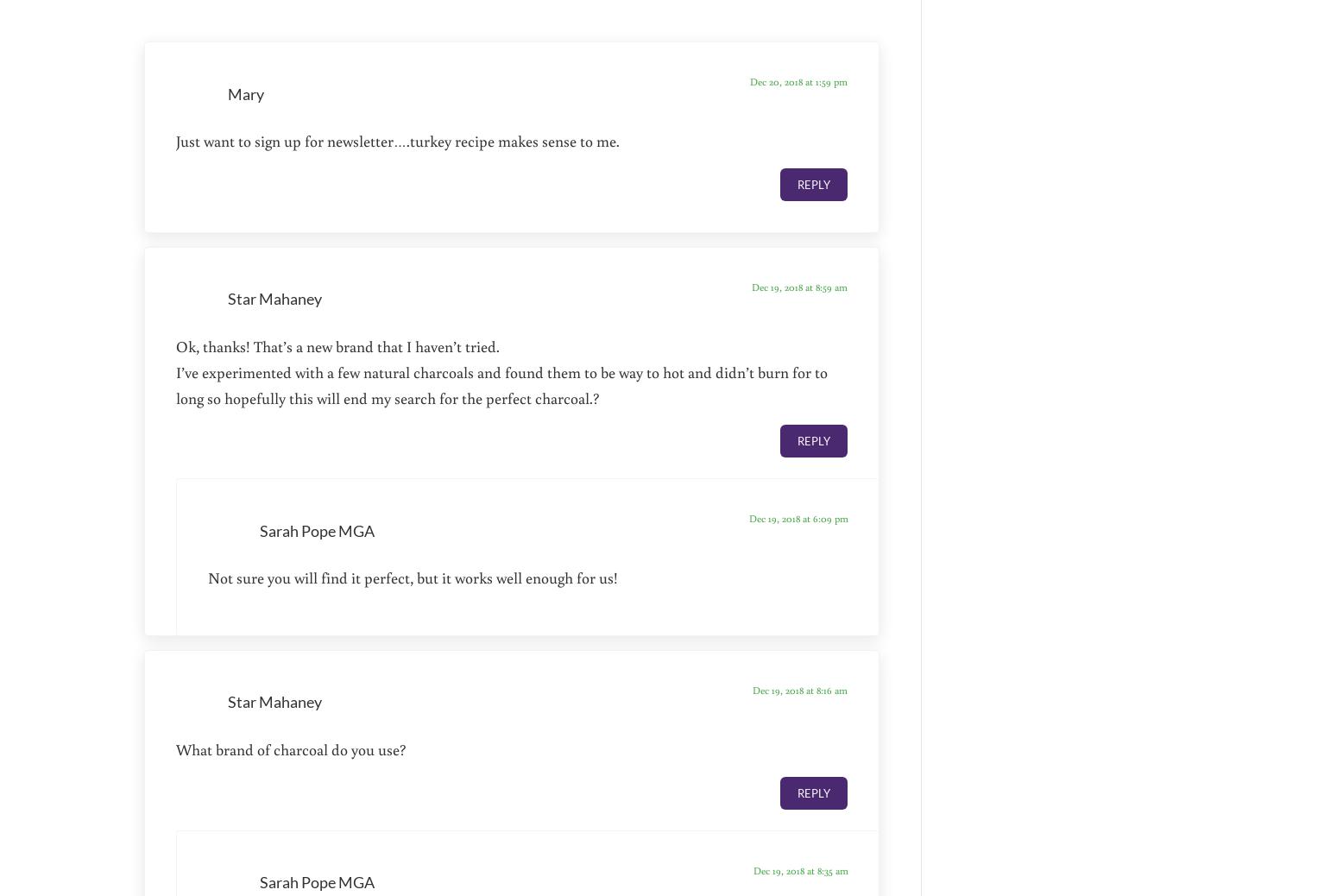  I want to click on 'Not sure you will find it perfect, but it works well enough for us!', so click(206, 576).